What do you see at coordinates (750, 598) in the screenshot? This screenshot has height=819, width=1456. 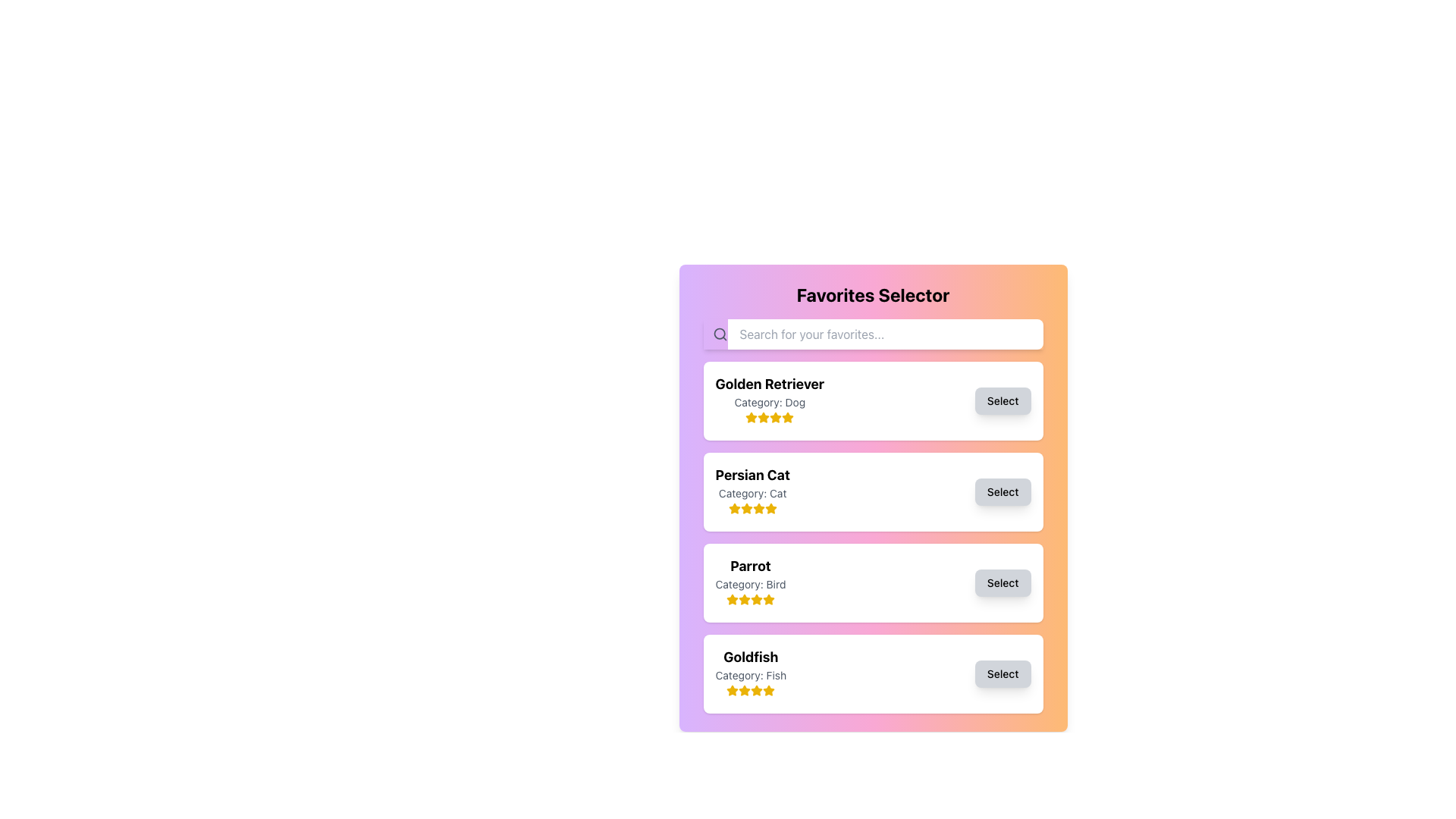 I see `the highlighted yellow star icon, which is the third star in a row of five under the 'Parrot' category section` at bounding box center [750, 598].